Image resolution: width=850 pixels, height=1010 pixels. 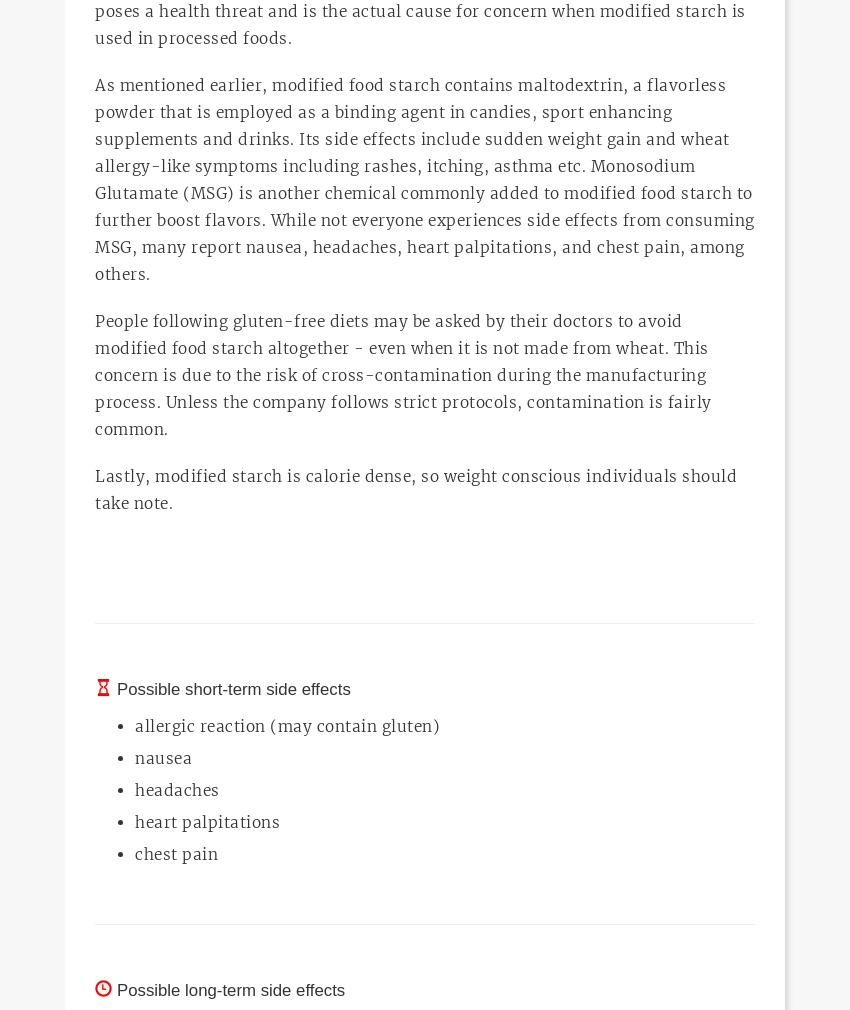 I want to click on 'chest pain', so click(x=134, y=853).